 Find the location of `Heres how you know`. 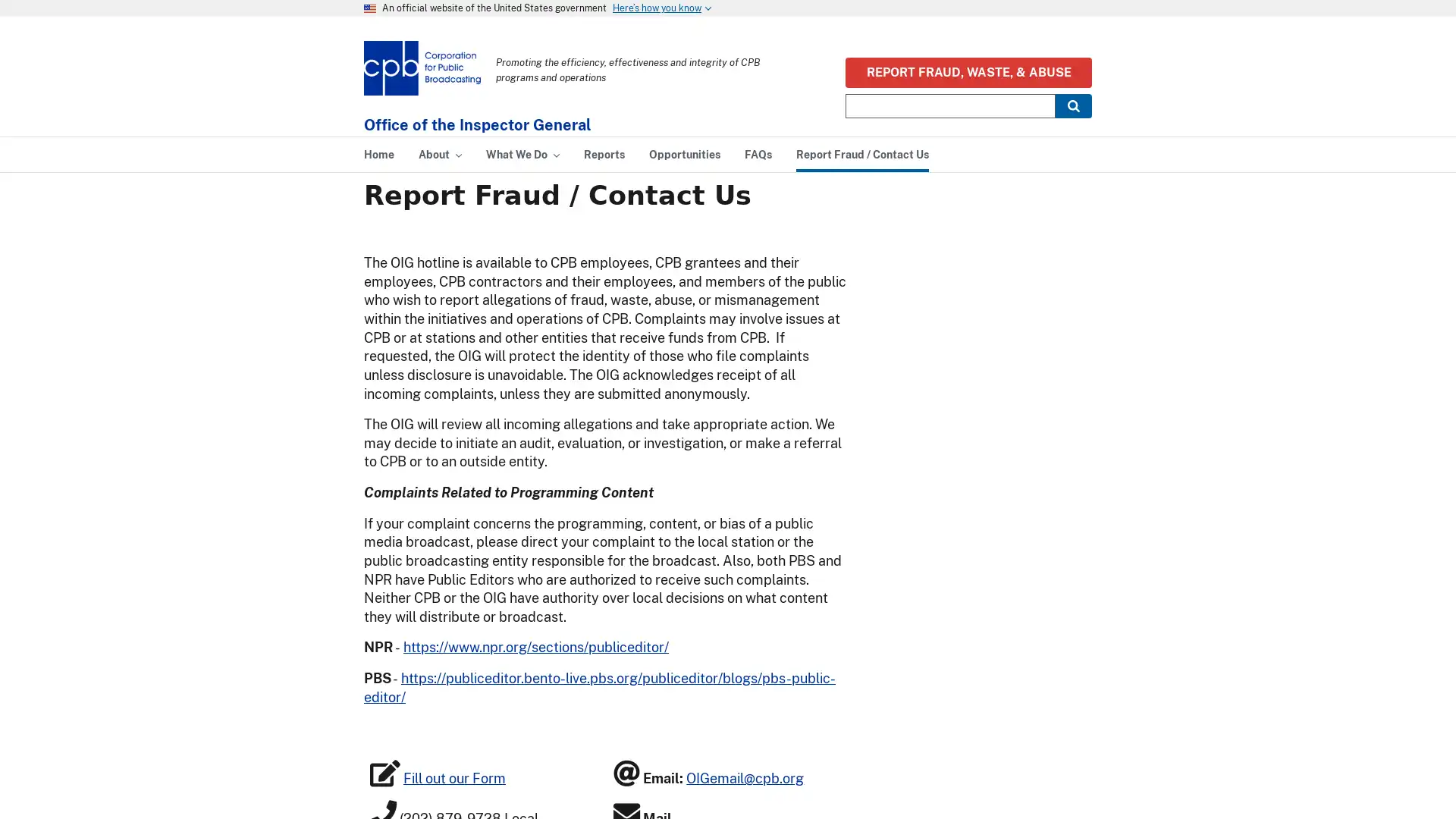

Heres how you know is located at coordinates (662, 8).